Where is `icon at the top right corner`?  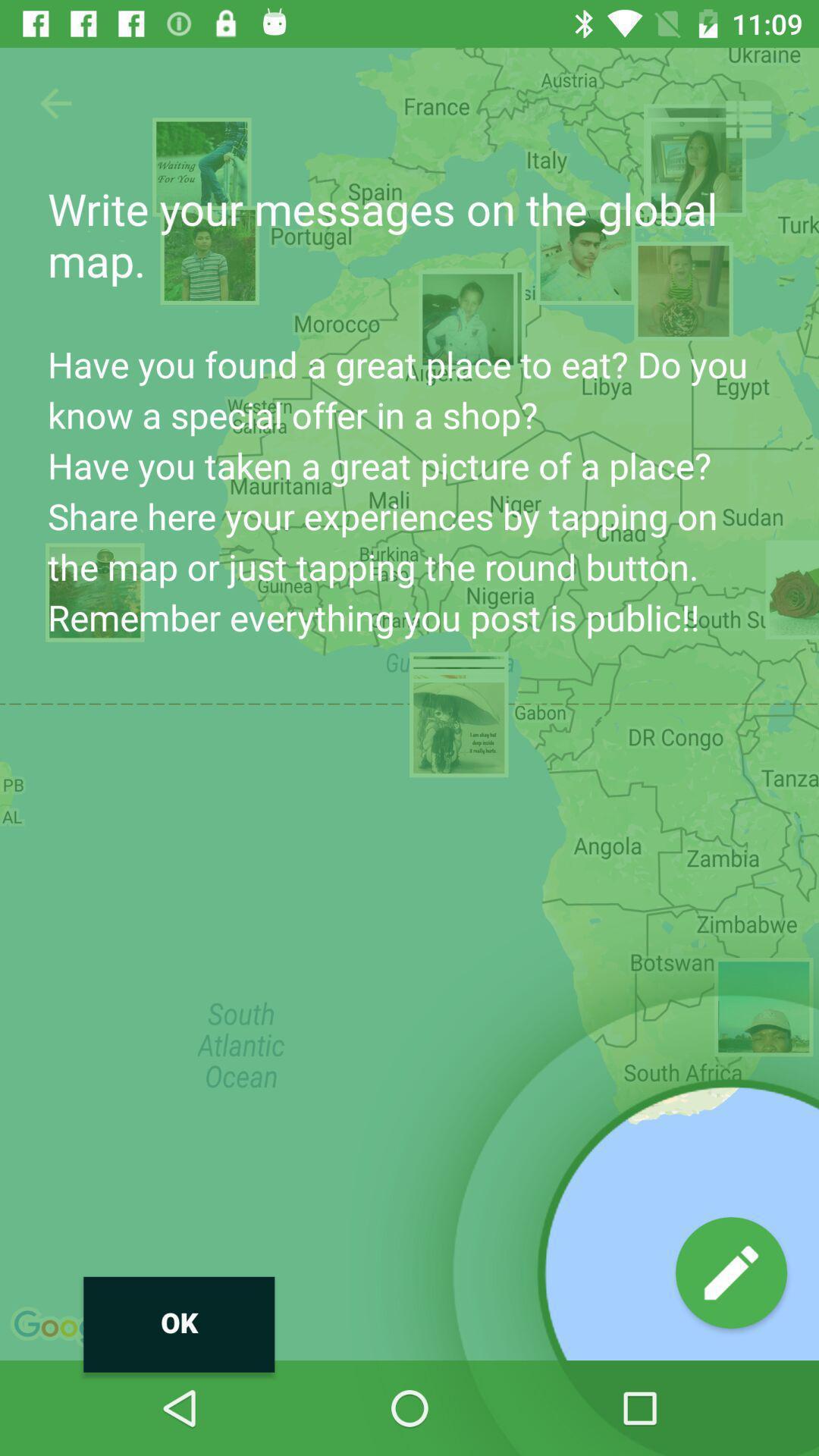
icon at the top right corner is located at coordinates (746, 118).